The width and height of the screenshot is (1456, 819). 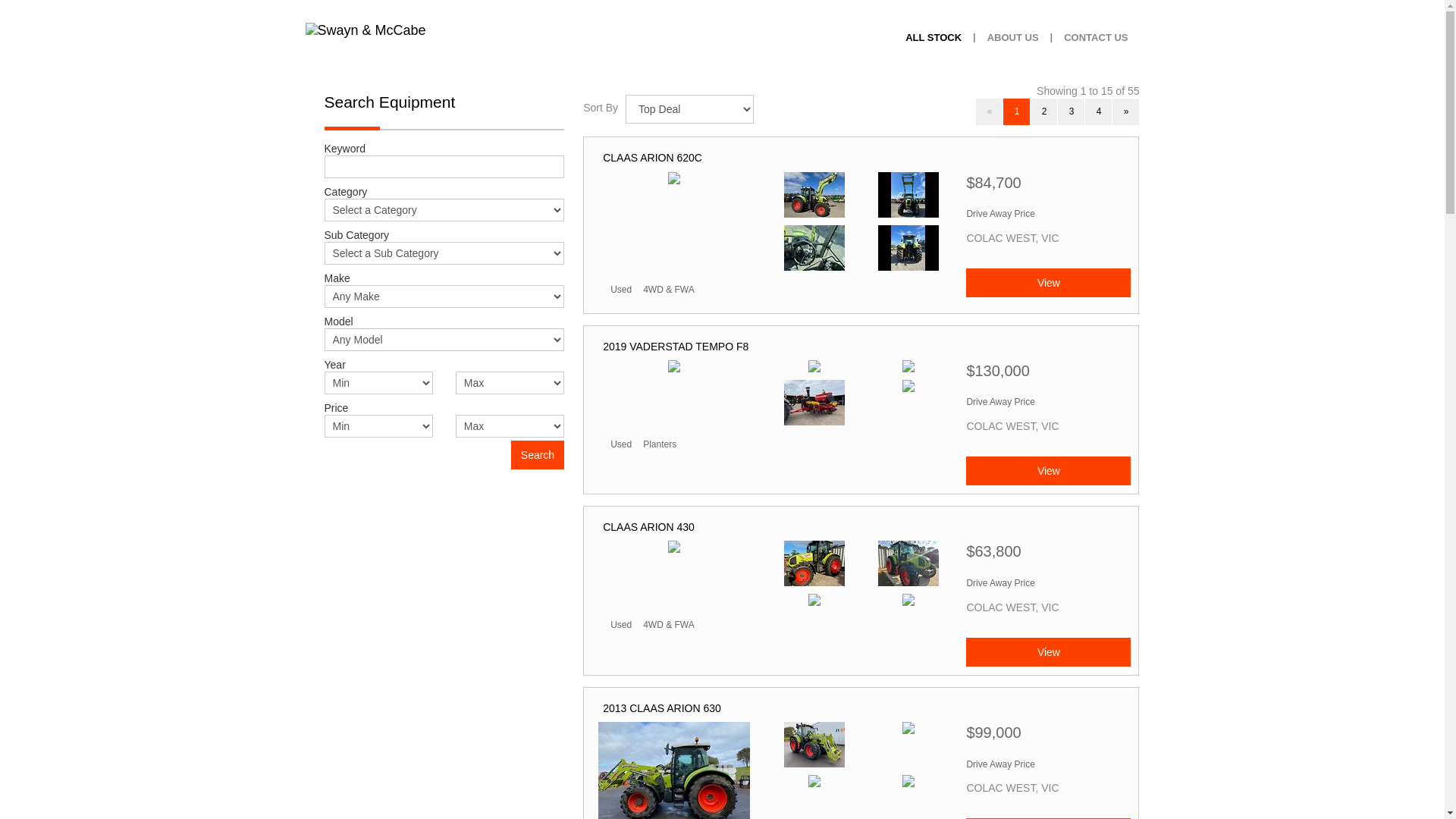 What do you see at coordinates (965, 736) in the screenshot?
I see `'$99,000'` at bounding box center [965, 736].